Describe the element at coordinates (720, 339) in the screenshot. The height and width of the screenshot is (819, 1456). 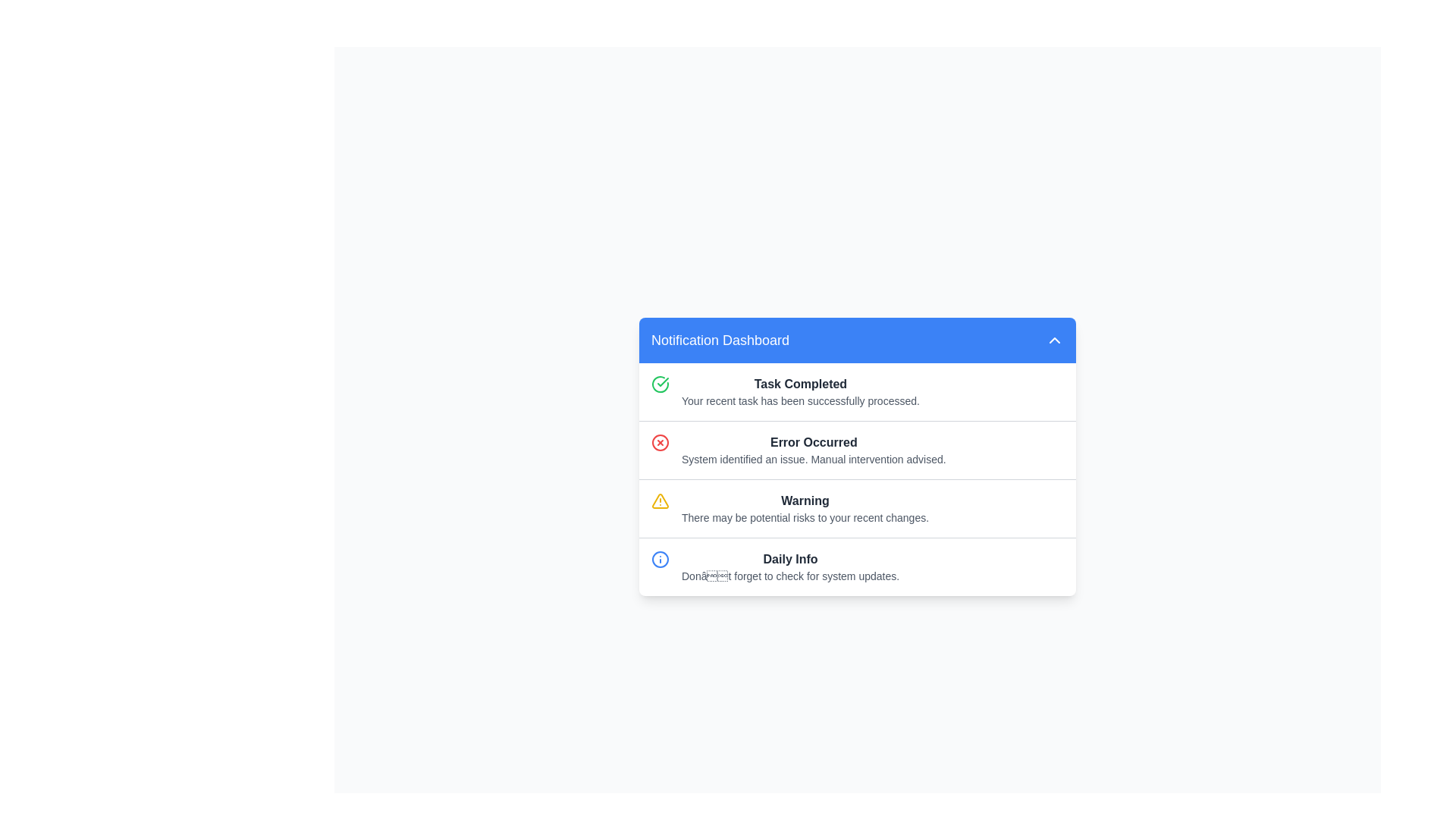
I see `the 'Notification Dashboard' text label, which is a bold, large font element located on the top-left side of the blue banner header, next to an interactive chevron icon` at that location.